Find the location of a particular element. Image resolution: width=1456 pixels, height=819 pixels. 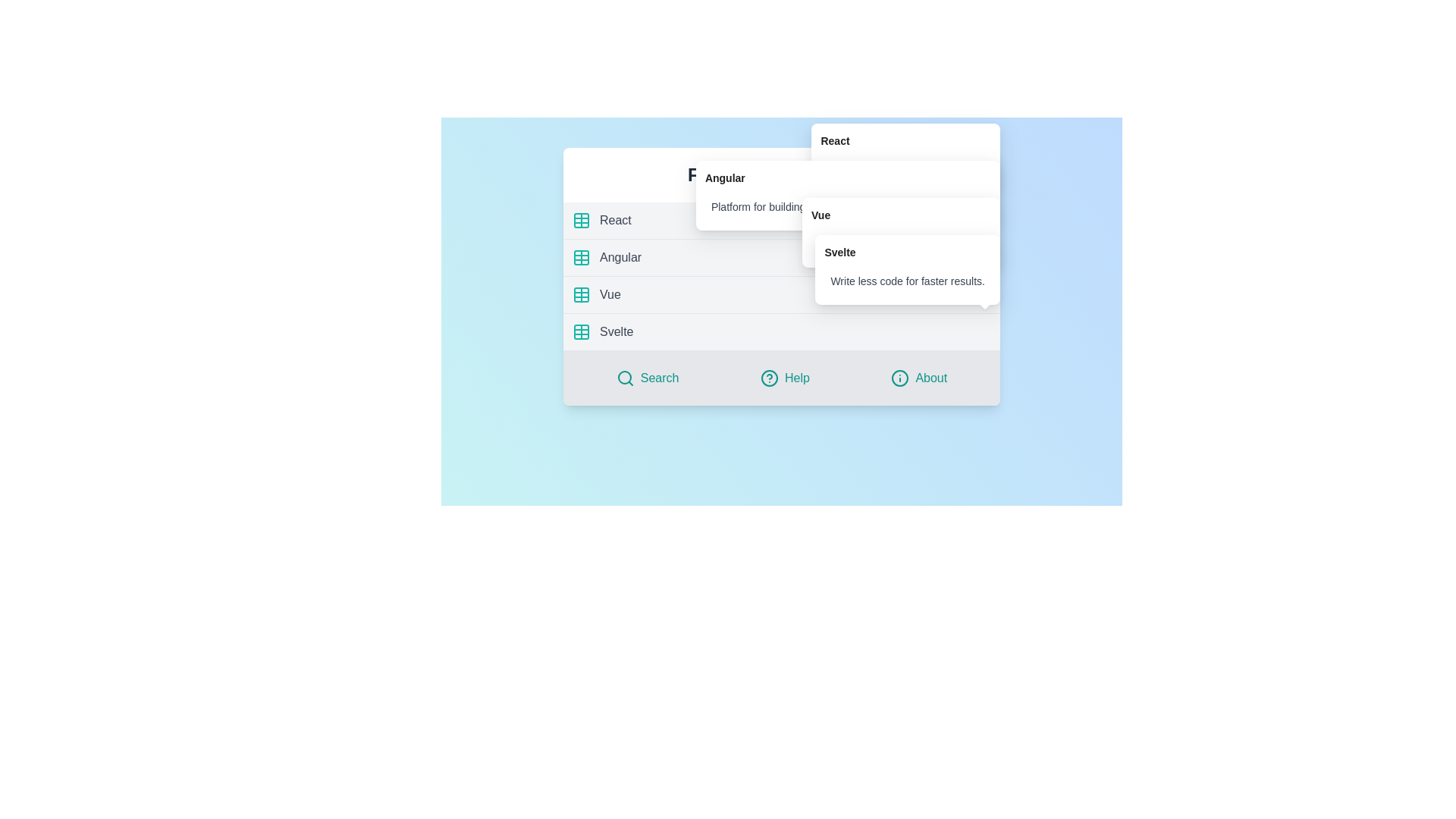

the text element labeled 'Svelte', which is the fourth item in a vertical list of menu options, to trigger the hover state is located at coordinates (617, 331).